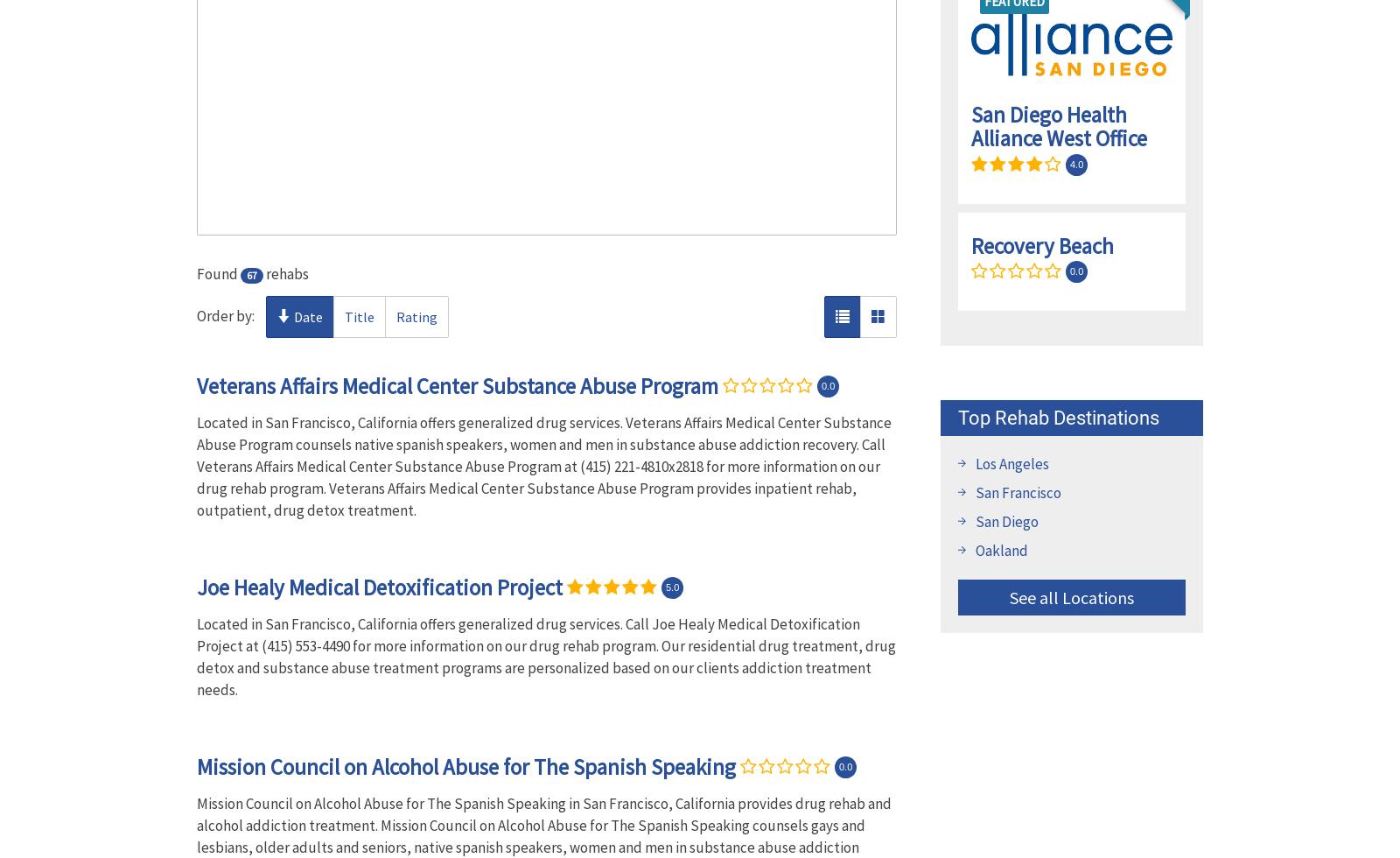  Describe the element at coordinates (1018, 493) in the screenshot. I see `'San Francisco'` at that location.